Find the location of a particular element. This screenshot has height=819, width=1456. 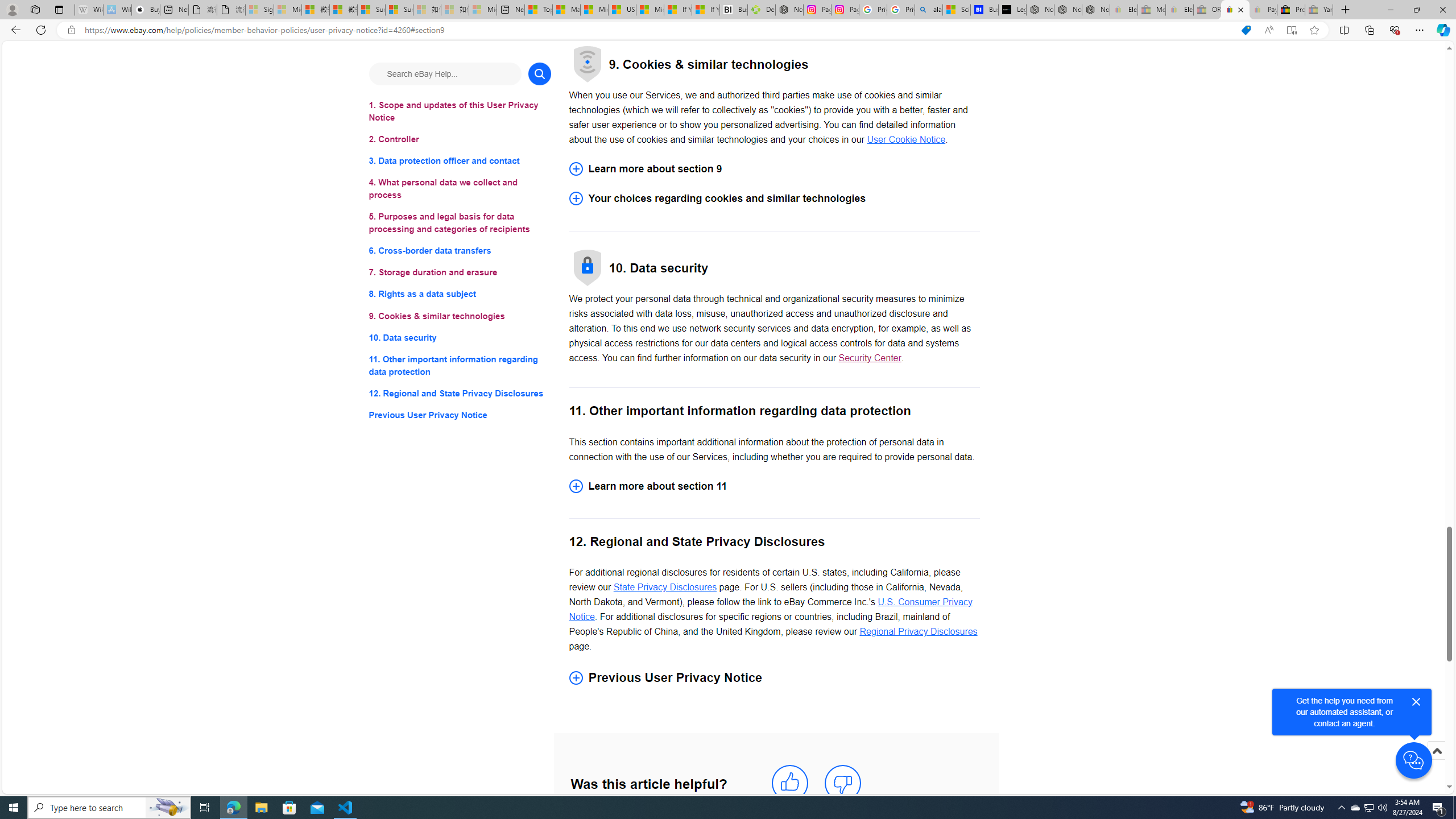

'7. Storage duration and erasure' is located at coordinates (459, 272).